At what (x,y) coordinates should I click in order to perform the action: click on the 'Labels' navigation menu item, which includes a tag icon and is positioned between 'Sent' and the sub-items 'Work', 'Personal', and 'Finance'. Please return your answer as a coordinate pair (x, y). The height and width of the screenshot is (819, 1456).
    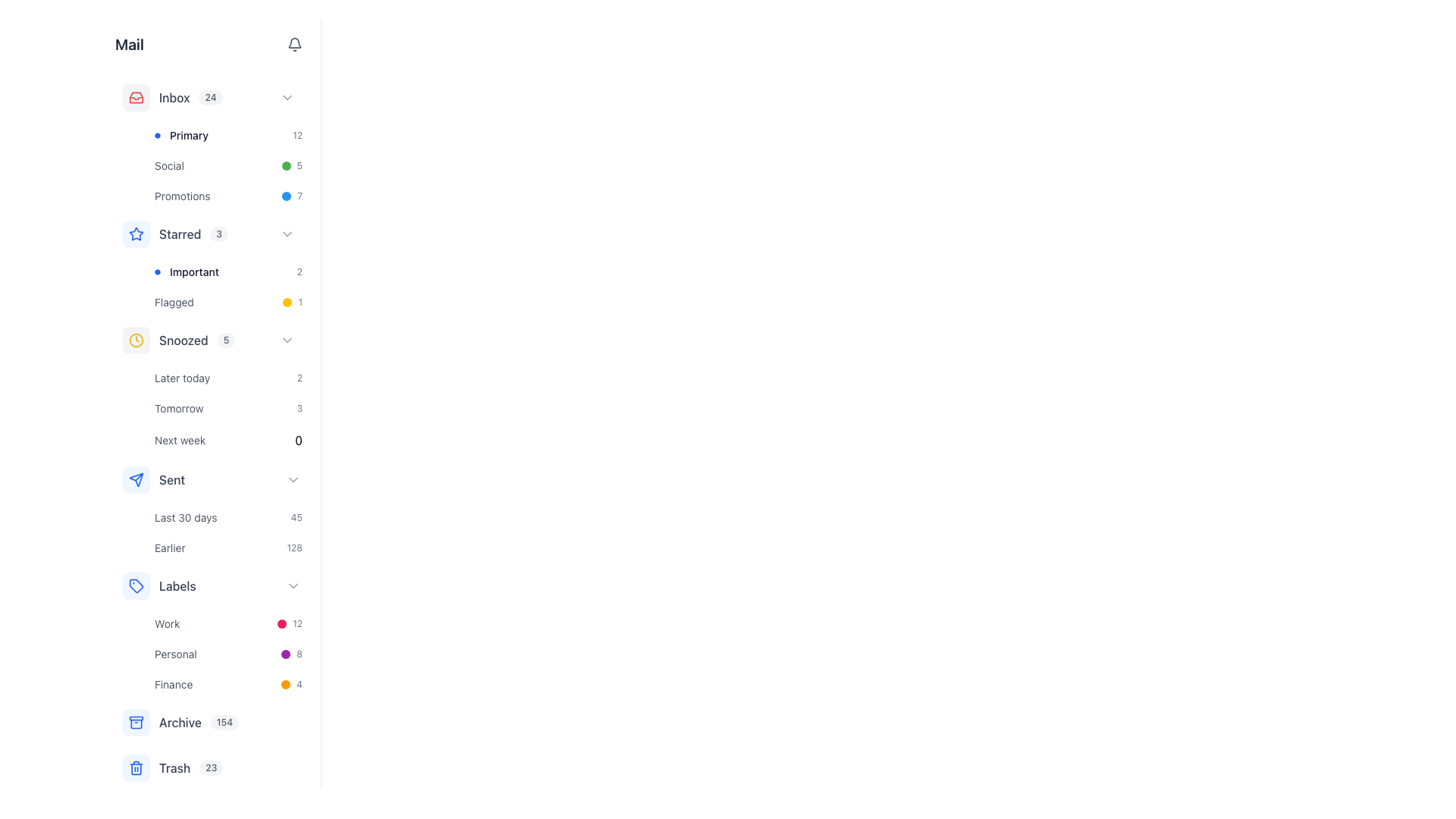
    Looking at the image, I should click on (159, 585).